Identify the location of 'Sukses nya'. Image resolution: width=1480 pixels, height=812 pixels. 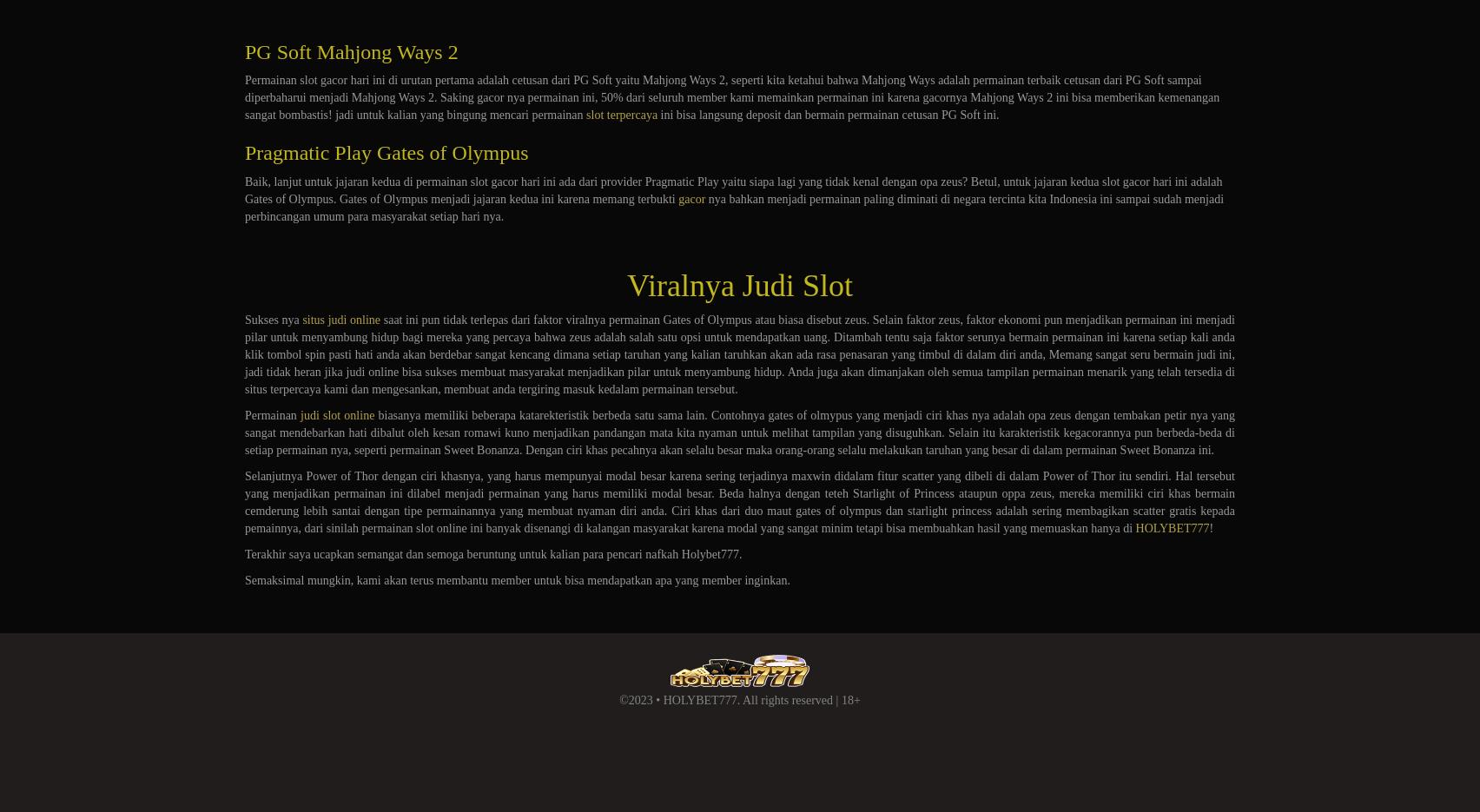
(244, 319).